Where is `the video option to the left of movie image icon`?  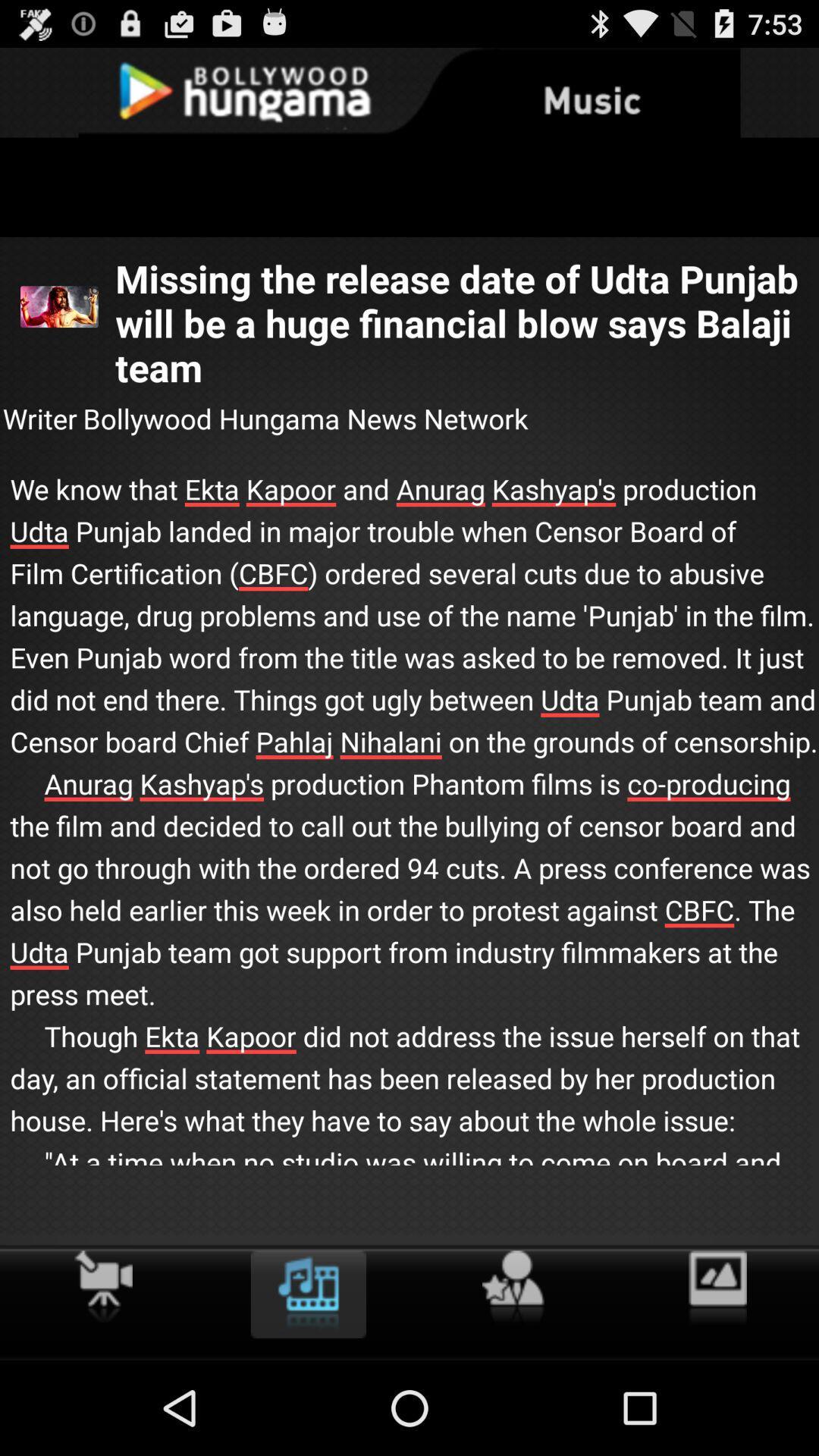
the video option to the left of movie image icon is located at coordinates (103, 1285).